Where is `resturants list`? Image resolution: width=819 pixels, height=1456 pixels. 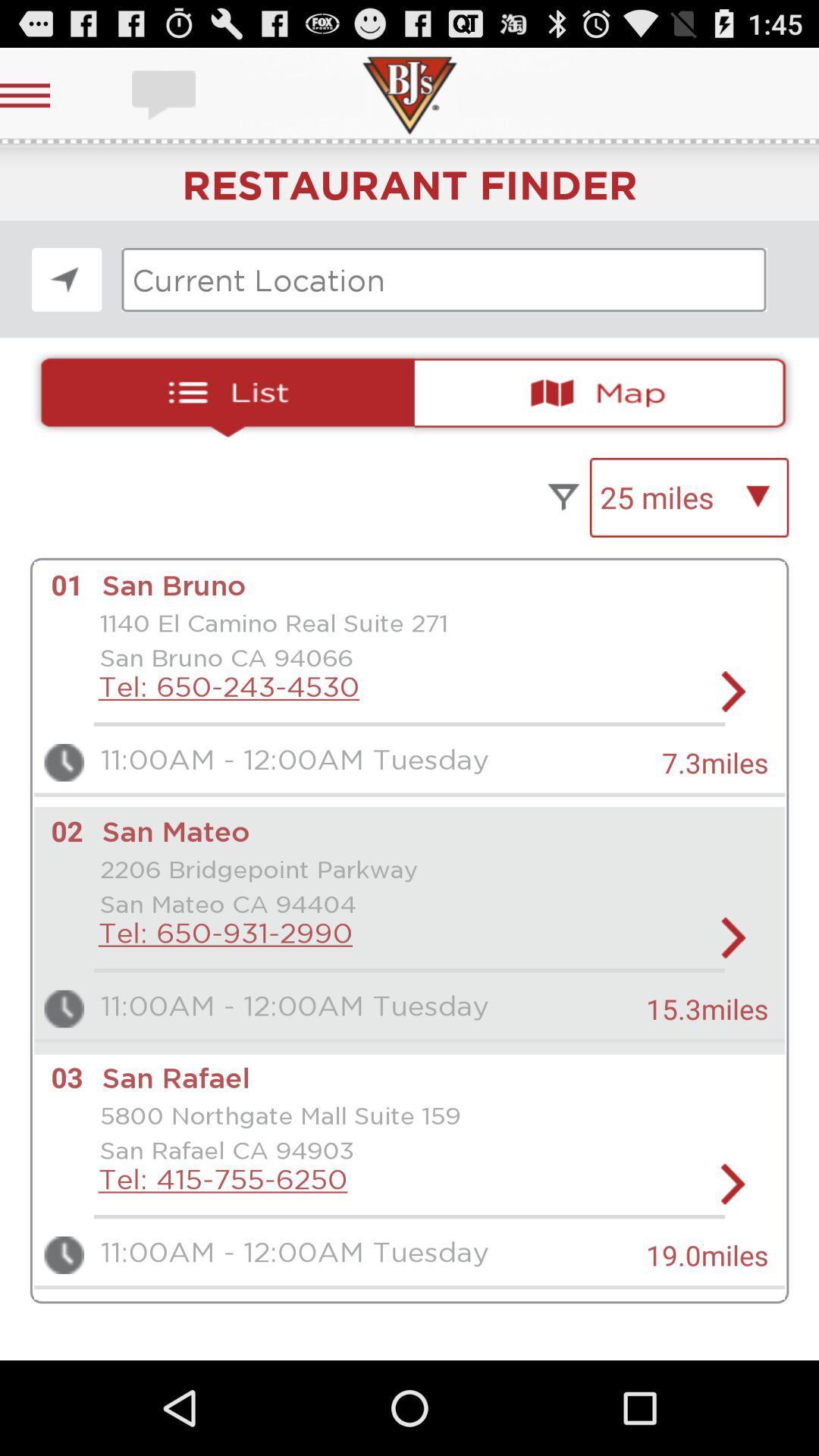 resturants list is located at coordinates (222, 393).